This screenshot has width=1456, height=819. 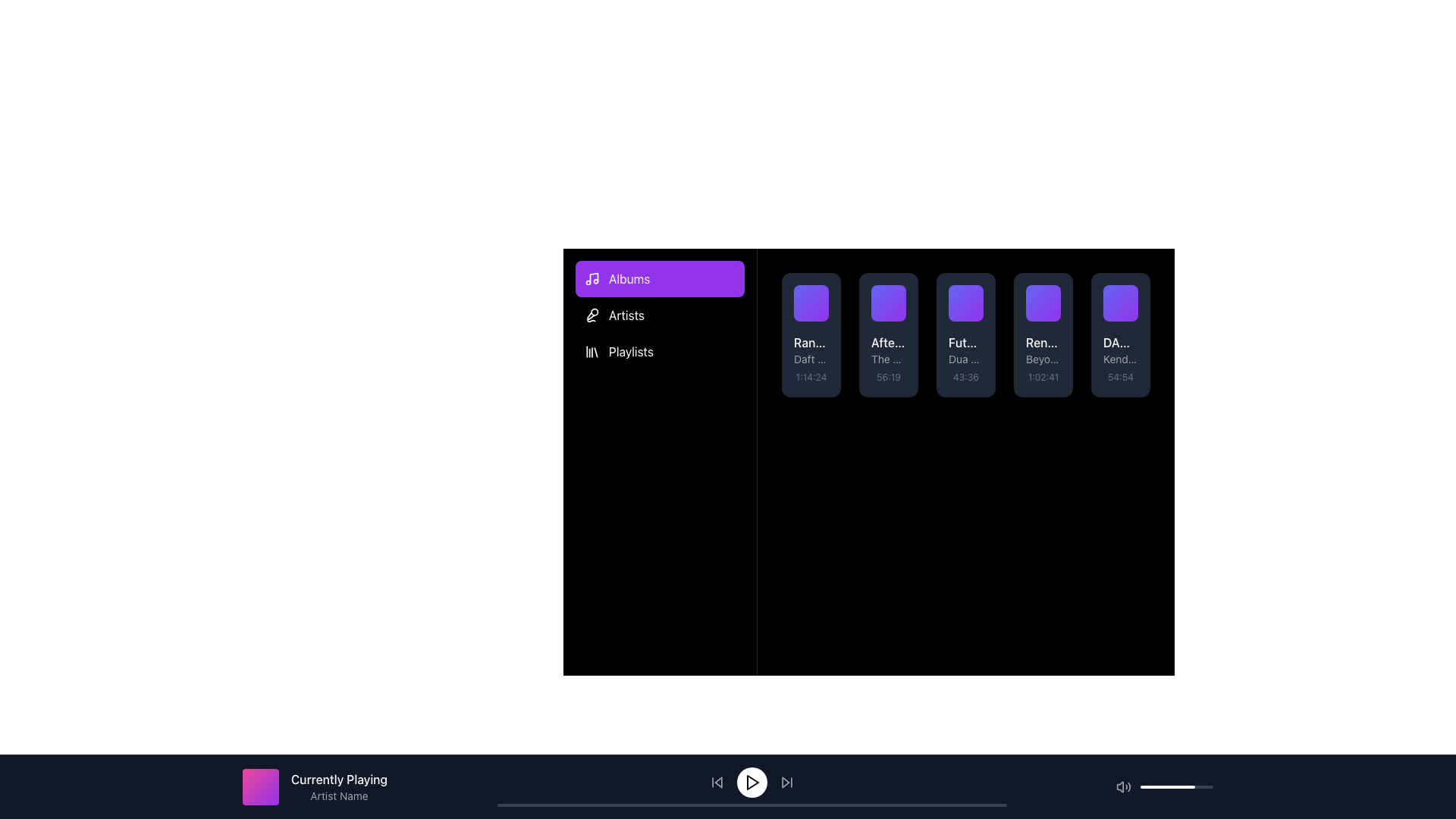 What do you see at coordinates (717, 783) in the screenshot?
I see `the 'previous' button in the media control bar` at bounding box center [717, 783].